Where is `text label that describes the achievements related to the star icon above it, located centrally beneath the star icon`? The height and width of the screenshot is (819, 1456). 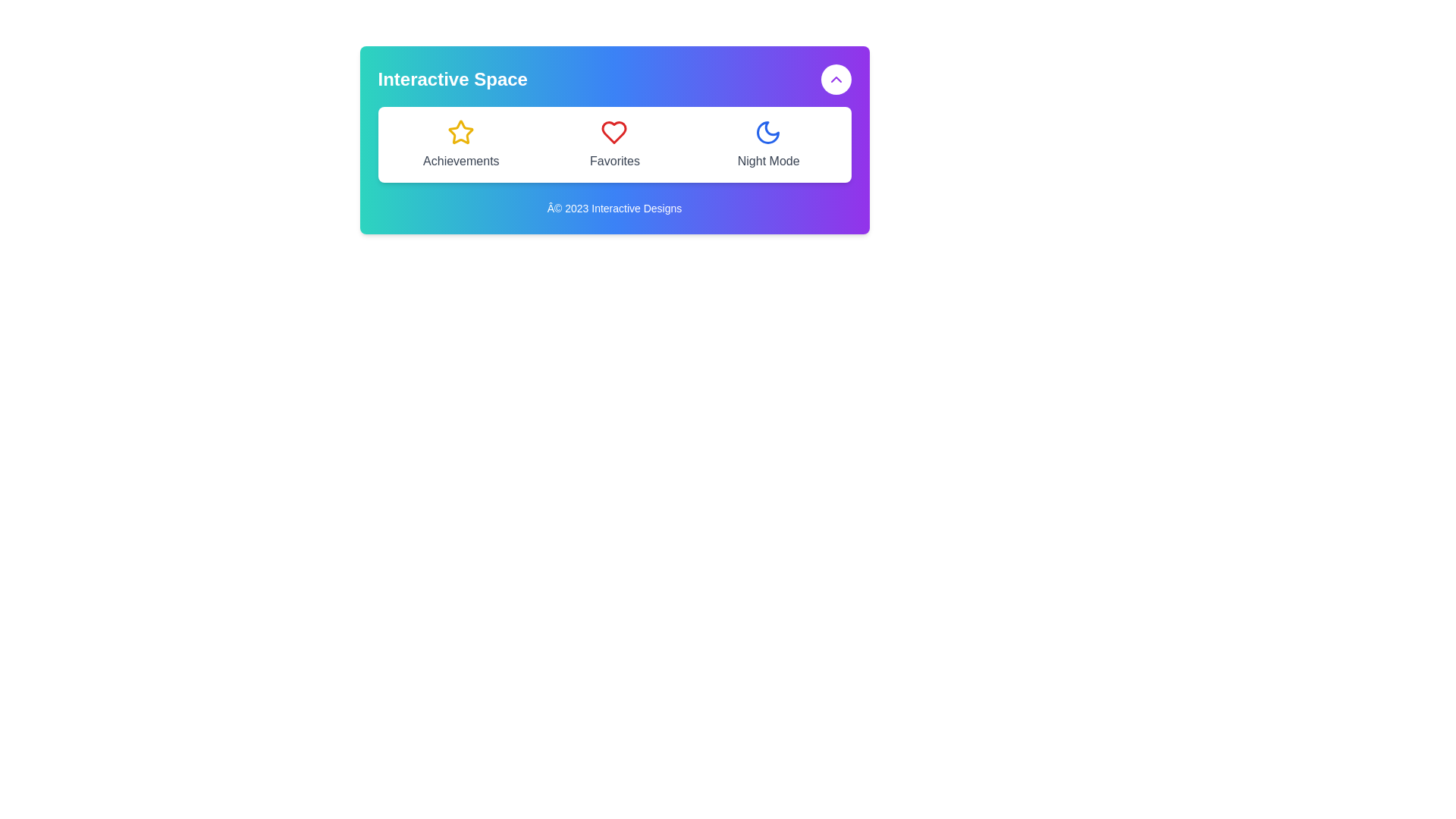
text label that describes the achievements related to the star icon above it, located centrally beneath the star icon is located at coordinates (460, 161).